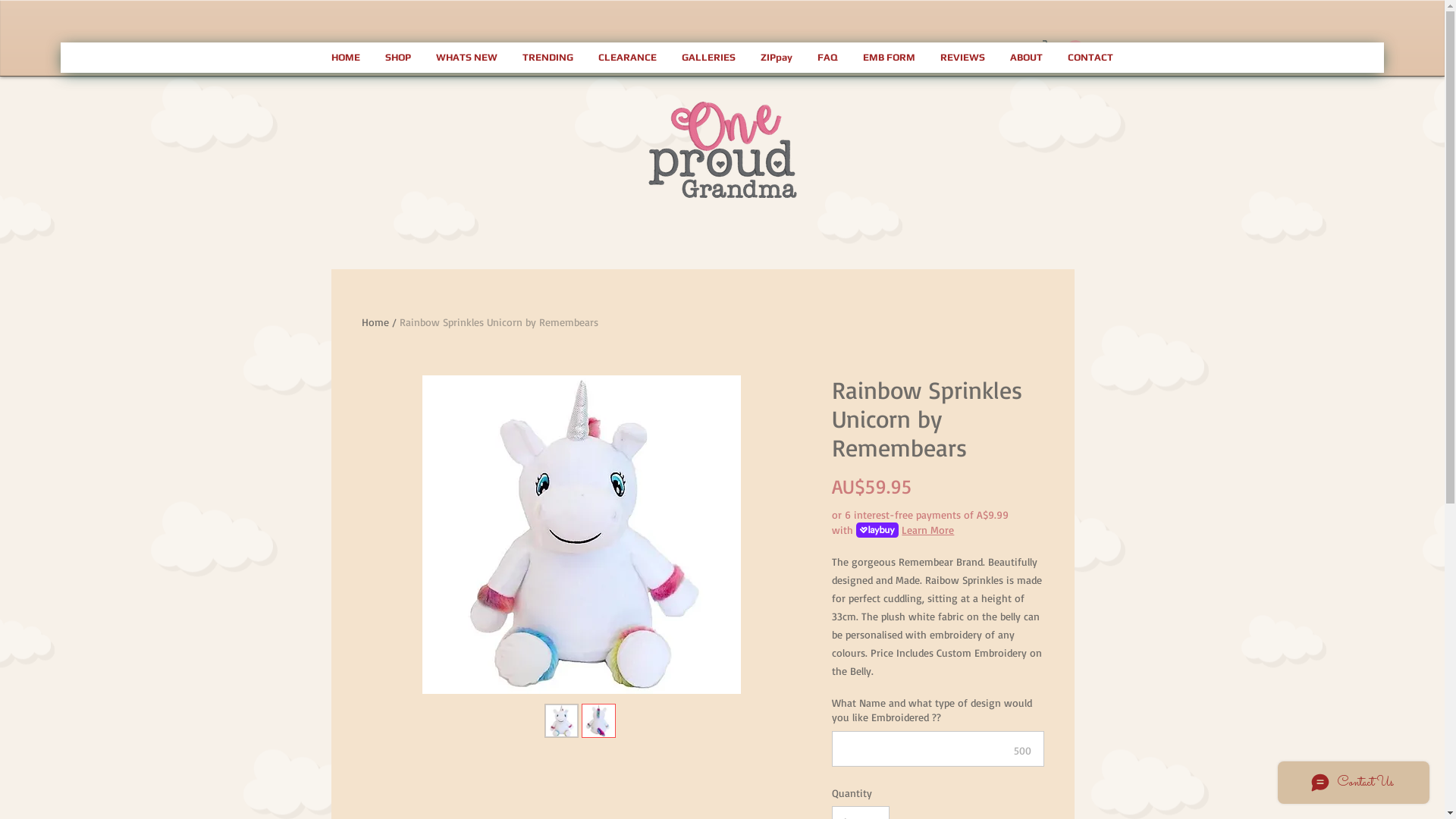 The image size is (1456, 819). I want to click on 'GALLERIES', so click(708, 57).